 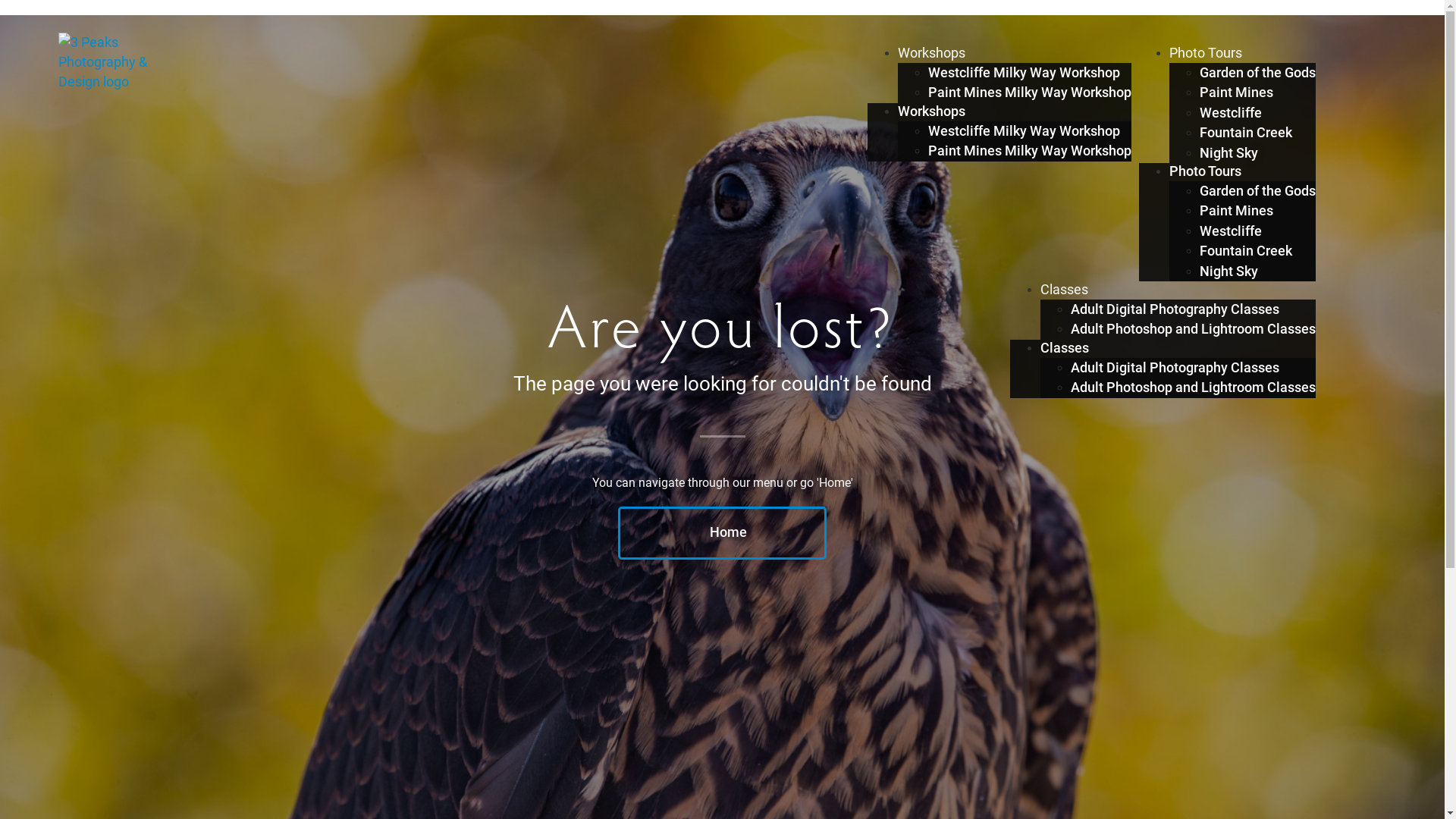 What do you see at coordinates (1199, 190) in the screenshot?
I see `'Garden of the Gods'` at bounding box center [1199, 190].